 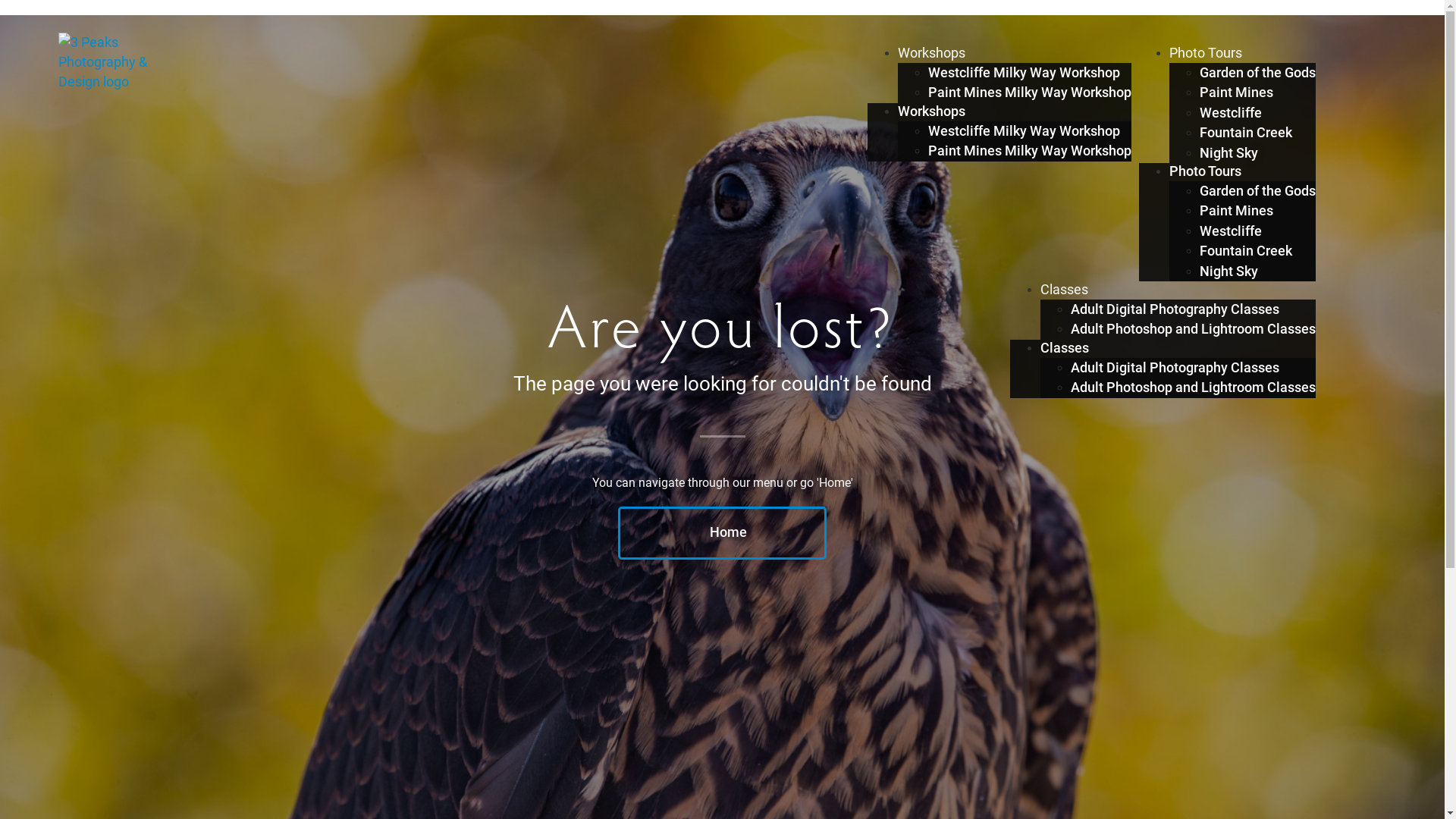 What do you see at coordinates (1199, 190) in the screenshot?
I see `'Garden of the Gods'` at bounding box center [1199, 190].